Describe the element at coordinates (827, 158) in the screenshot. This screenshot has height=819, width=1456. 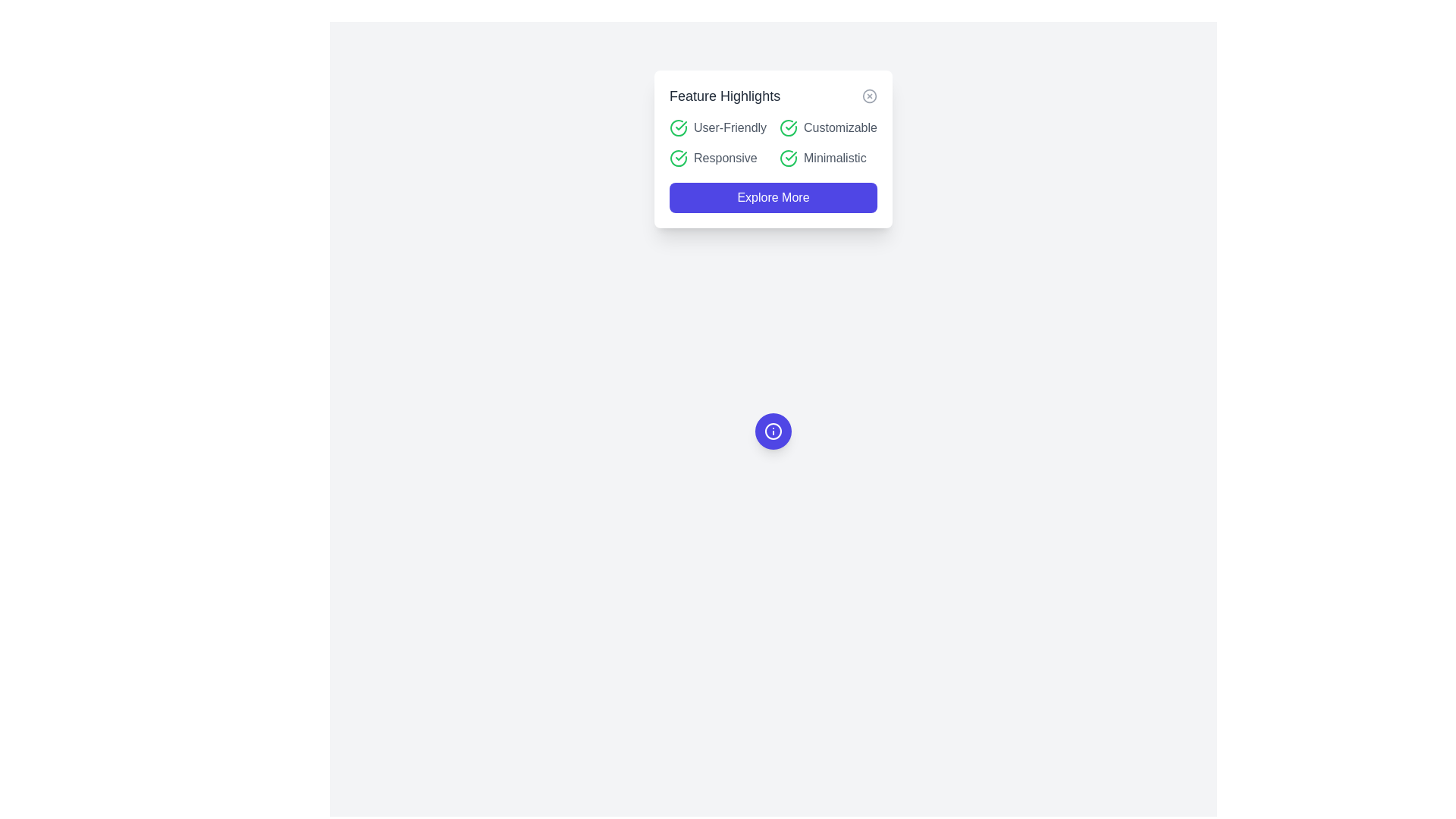
I see `the 'Minimalistic' label with icon located in the 'Feature Highlights' card at the bottom-right corner, following 'Responsive' and aligned with 'Customizable'` at that location.